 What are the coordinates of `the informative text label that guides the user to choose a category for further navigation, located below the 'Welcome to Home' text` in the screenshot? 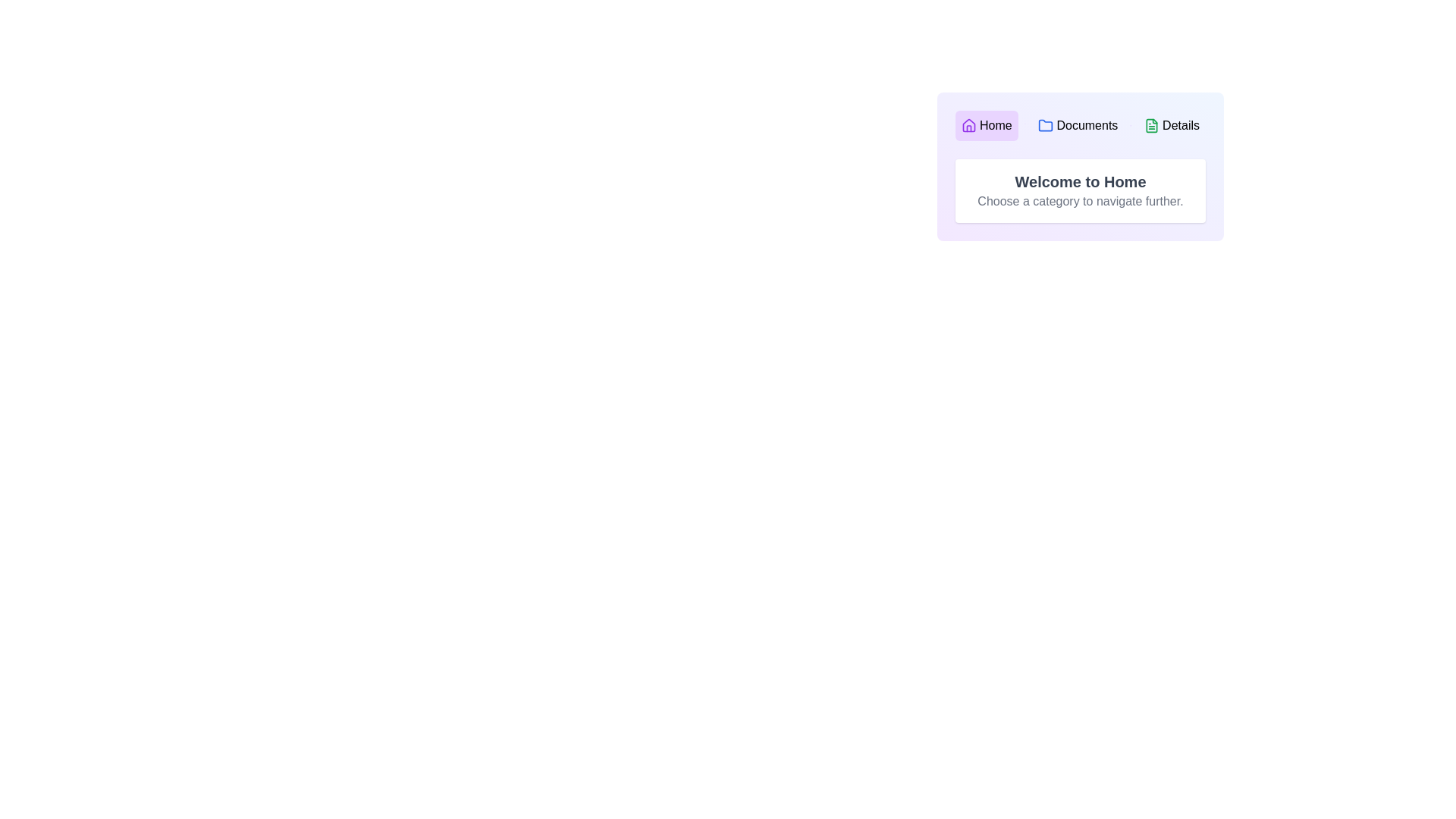 It's located at (1080, 201).